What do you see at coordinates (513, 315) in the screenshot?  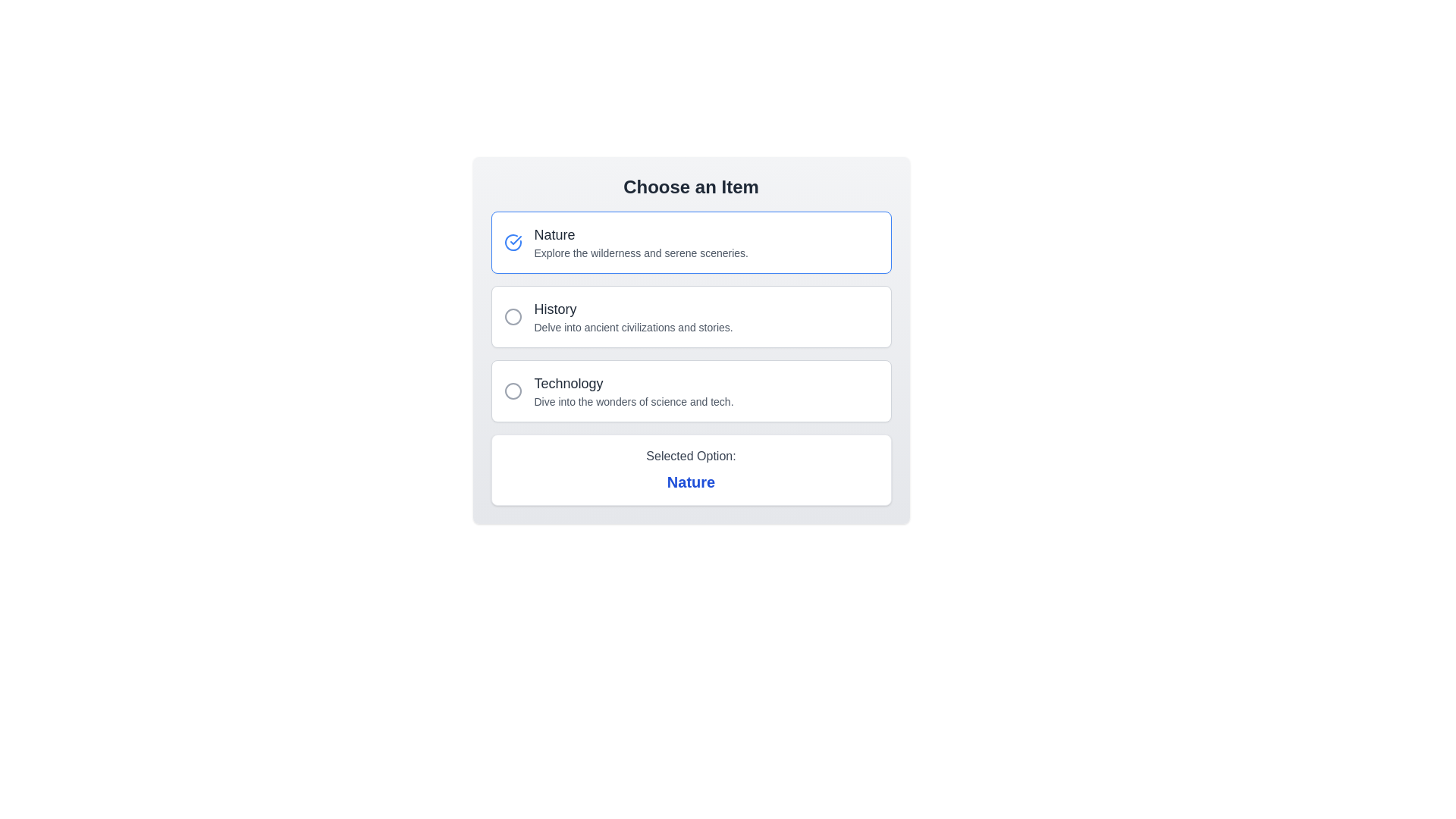 I see `the interactive 'History' icon located between 'Nature' and 'Technology' in the selectable list` at bounding box center [513, 315].